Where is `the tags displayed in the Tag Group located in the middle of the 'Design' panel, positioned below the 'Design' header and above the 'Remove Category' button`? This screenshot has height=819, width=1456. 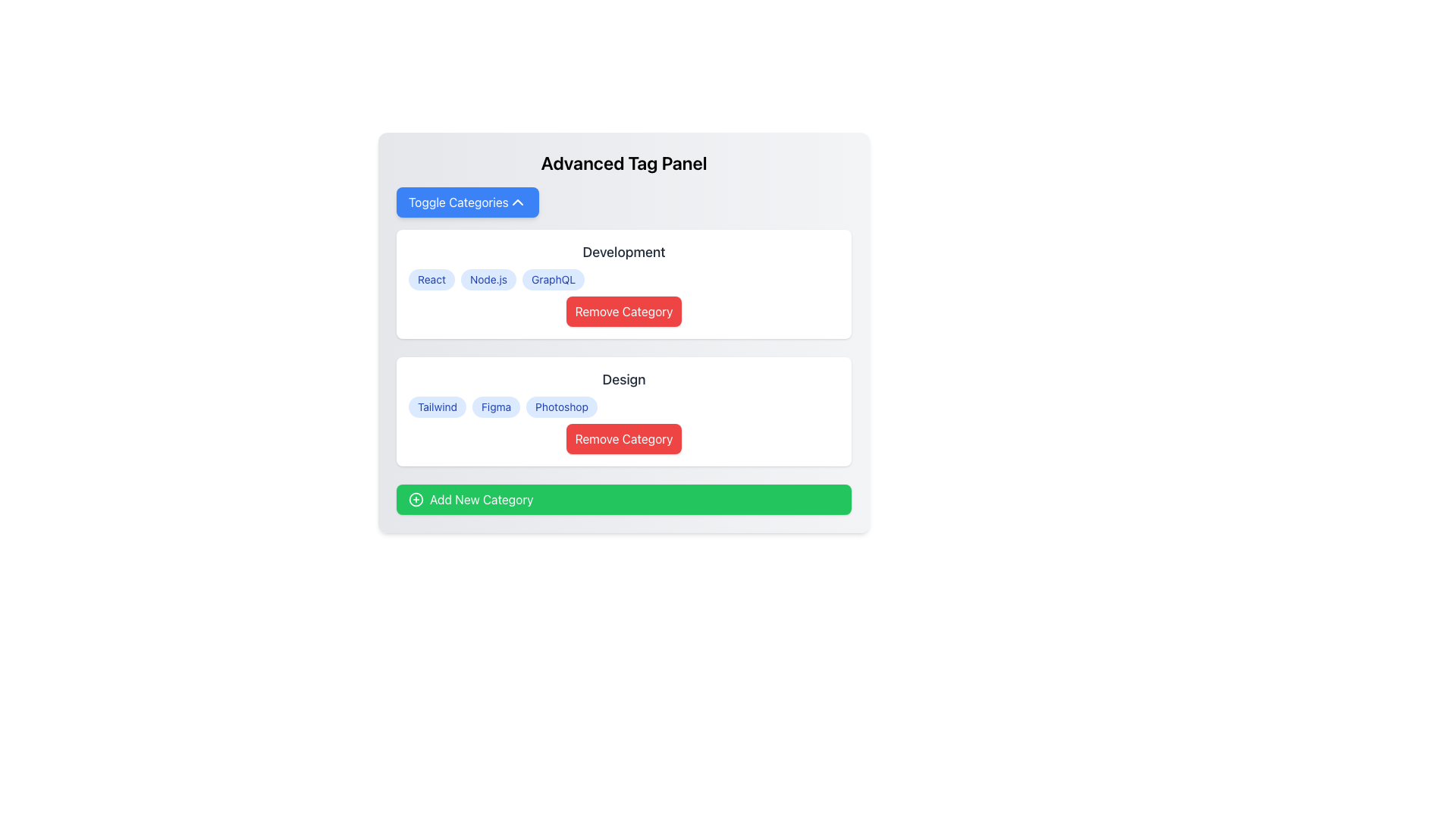 the tags displayed in the Tag Group located in the middle of the 'Design' panel, positioned below the 'Design' header and above the 'Remove Category' button is located at coordinates (623, 406).